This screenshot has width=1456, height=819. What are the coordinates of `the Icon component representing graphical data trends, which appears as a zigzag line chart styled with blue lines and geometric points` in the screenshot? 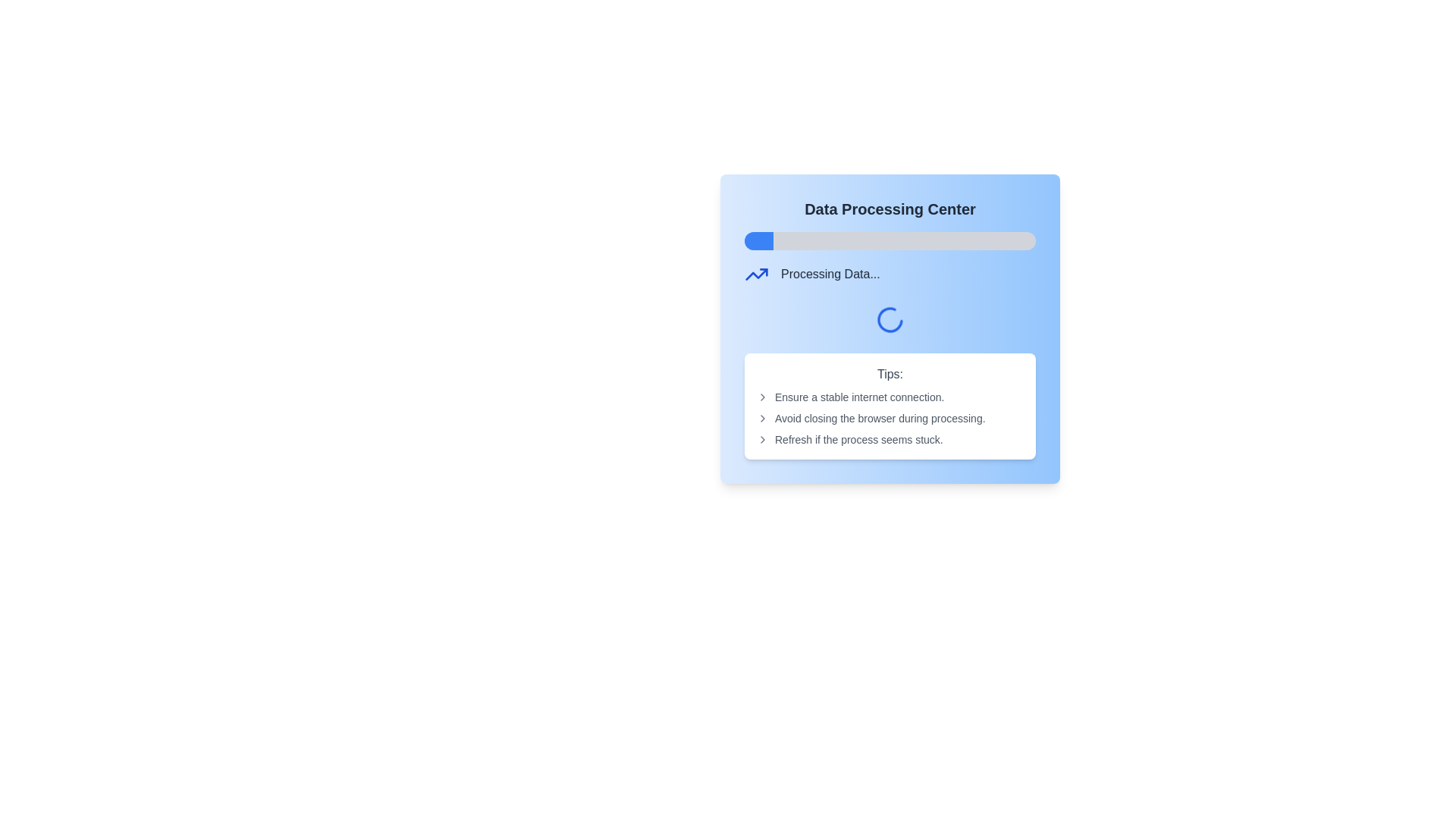 It's located at (757, 275).